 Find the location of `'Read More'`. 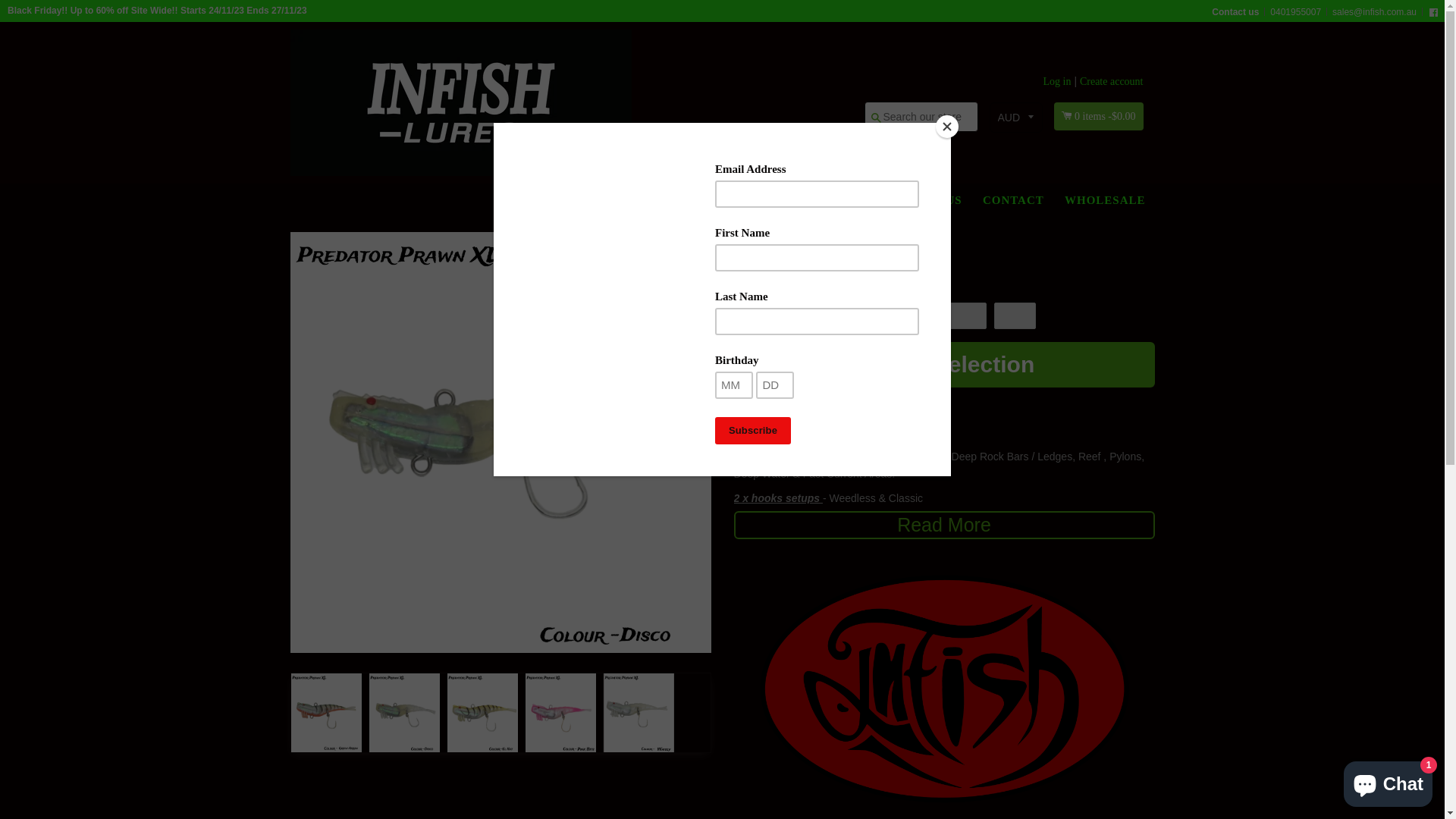

'Read More' is located at coordinates (943, 524).